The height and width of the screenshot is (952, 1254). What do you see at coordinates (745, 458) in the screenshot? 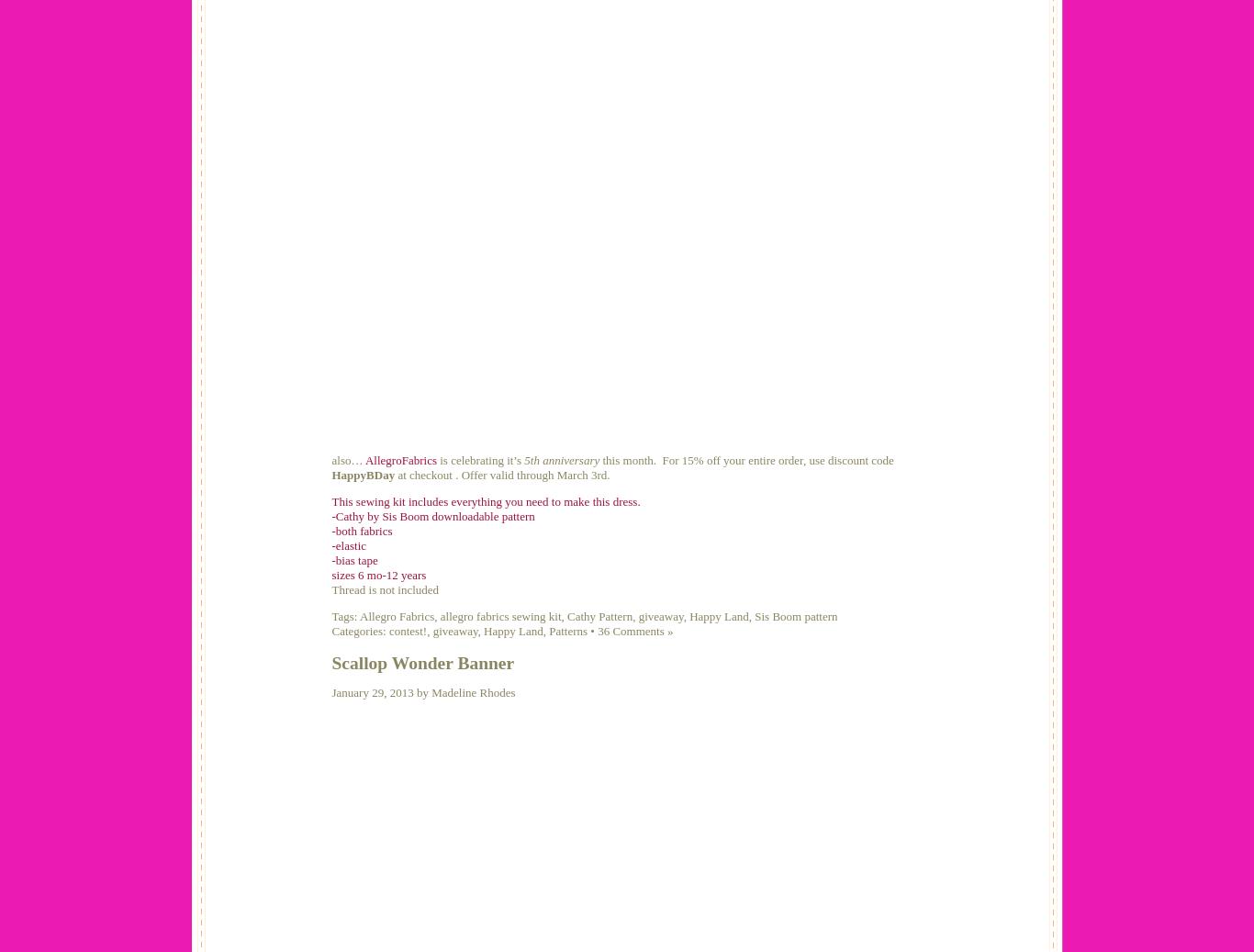
I see `'this month.  For 15% off your entire order, use discount code'` at bounding box center [745, 458].